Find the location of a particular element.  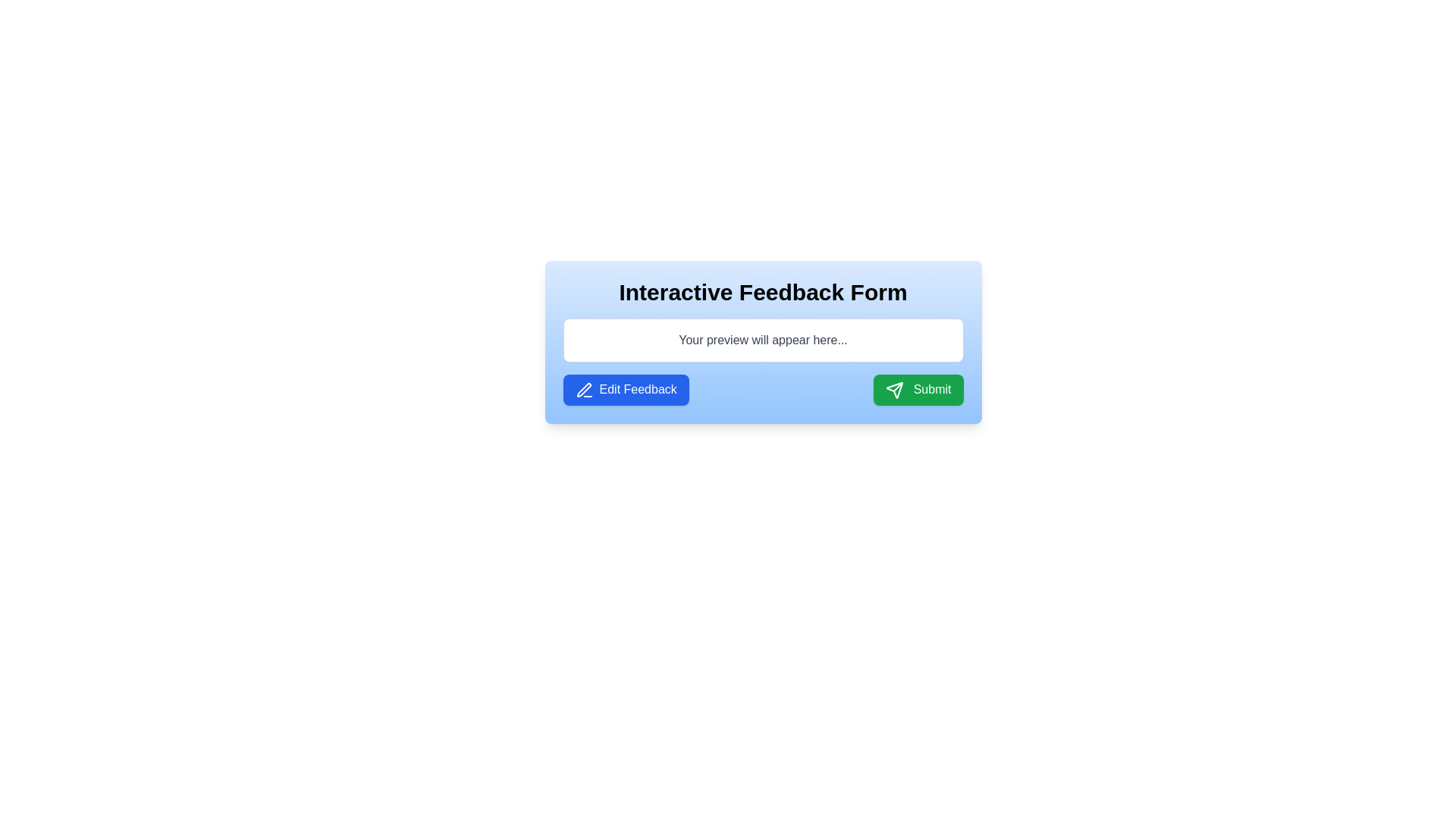

the heading element that serves as the title for the feedback form, located within a rounded rectangle panel with a gradient blue background, positioned above the white text area placeholder is located at coordinates (763, 292).